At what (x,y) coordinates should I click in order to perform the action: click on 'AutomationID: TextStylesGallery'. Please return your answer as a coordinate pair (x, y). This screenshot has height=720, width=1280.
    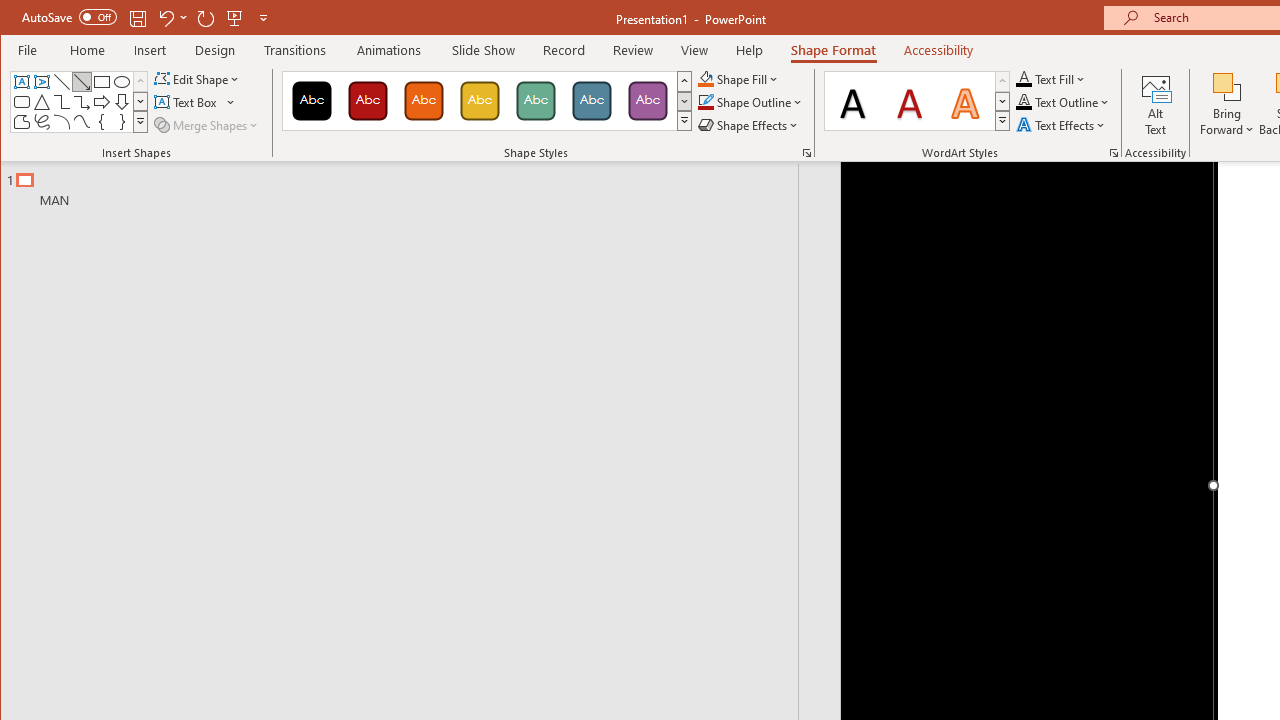
    Looking at the image, I should click on (916, 101).